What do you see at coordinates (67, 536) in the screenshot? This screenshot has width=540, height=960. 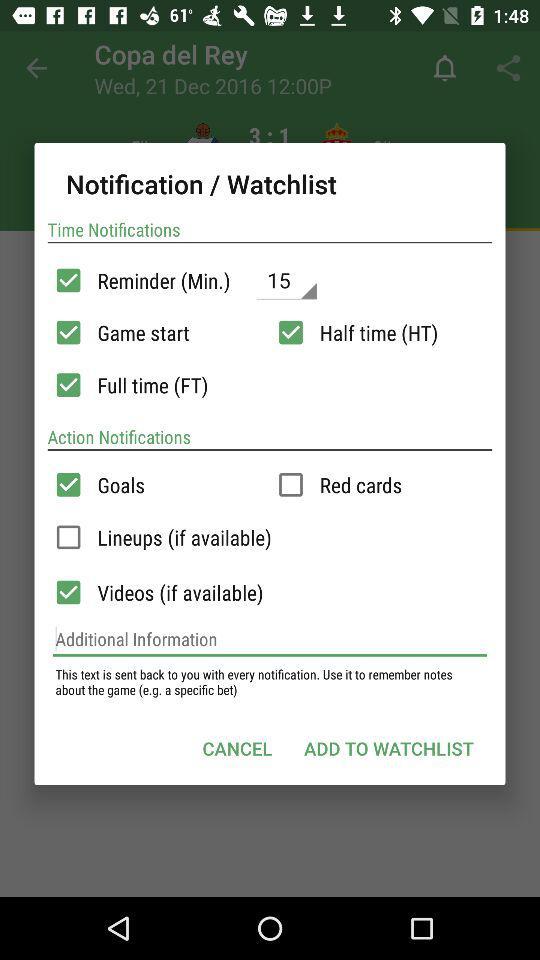 I see `check off this option` at bounding box center [67, 536].